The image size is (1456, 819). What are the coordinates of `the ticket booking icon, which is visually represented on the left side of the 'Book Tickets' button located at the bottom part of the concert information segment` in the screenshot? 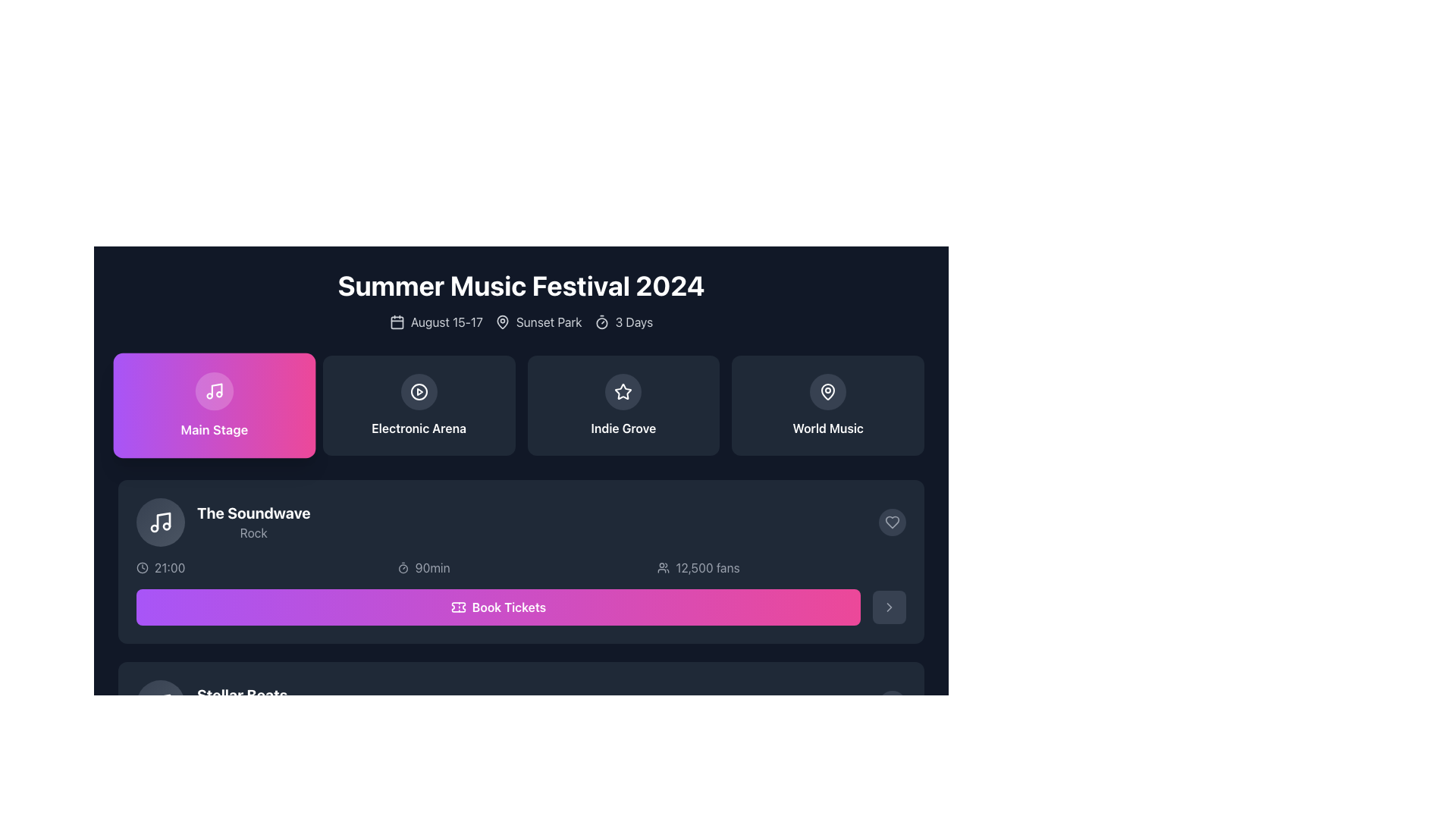 It's located at (457, 607).